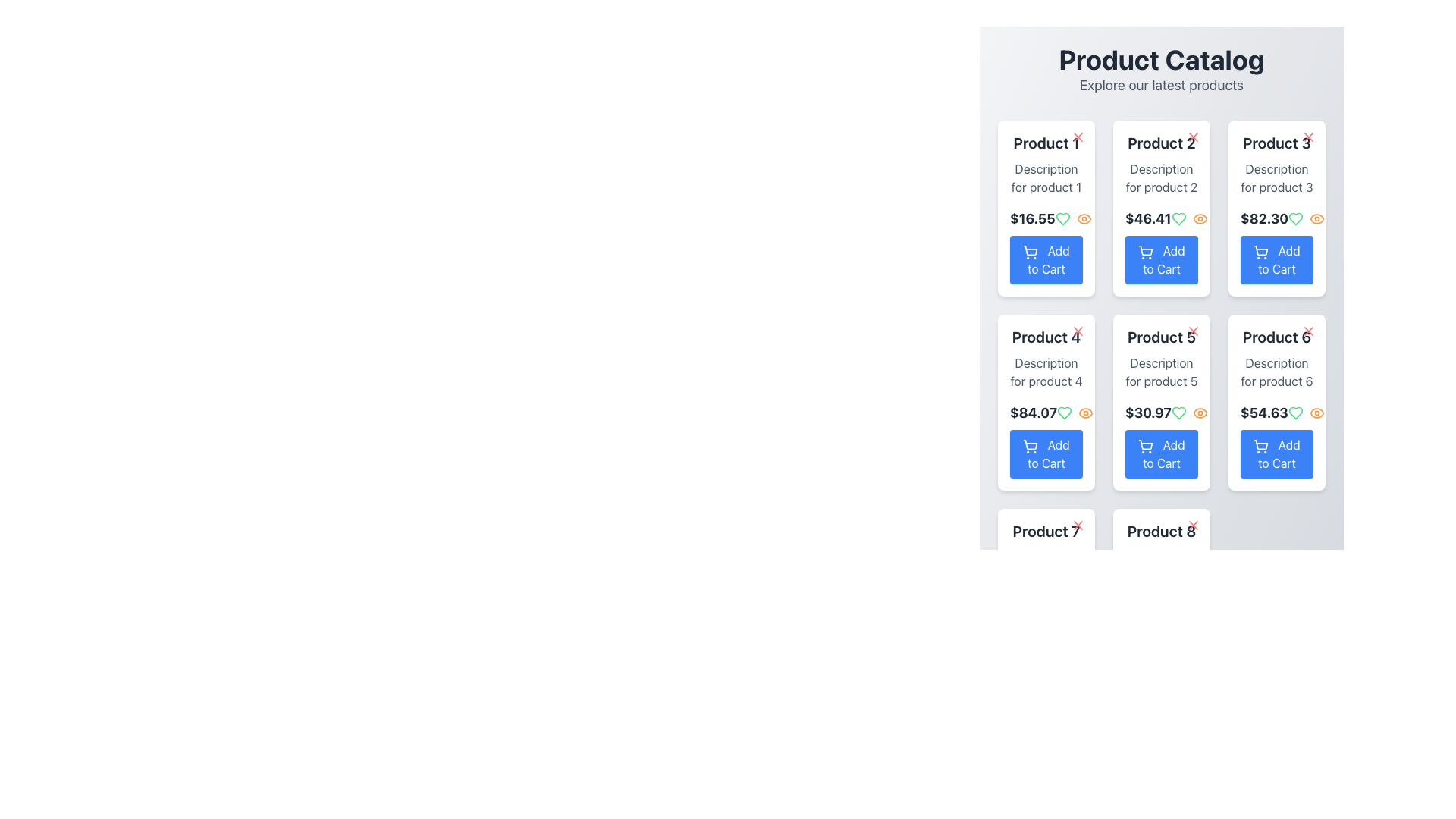  I want to click on the price label located in the fourth card of the second row, so click(1033, 413).